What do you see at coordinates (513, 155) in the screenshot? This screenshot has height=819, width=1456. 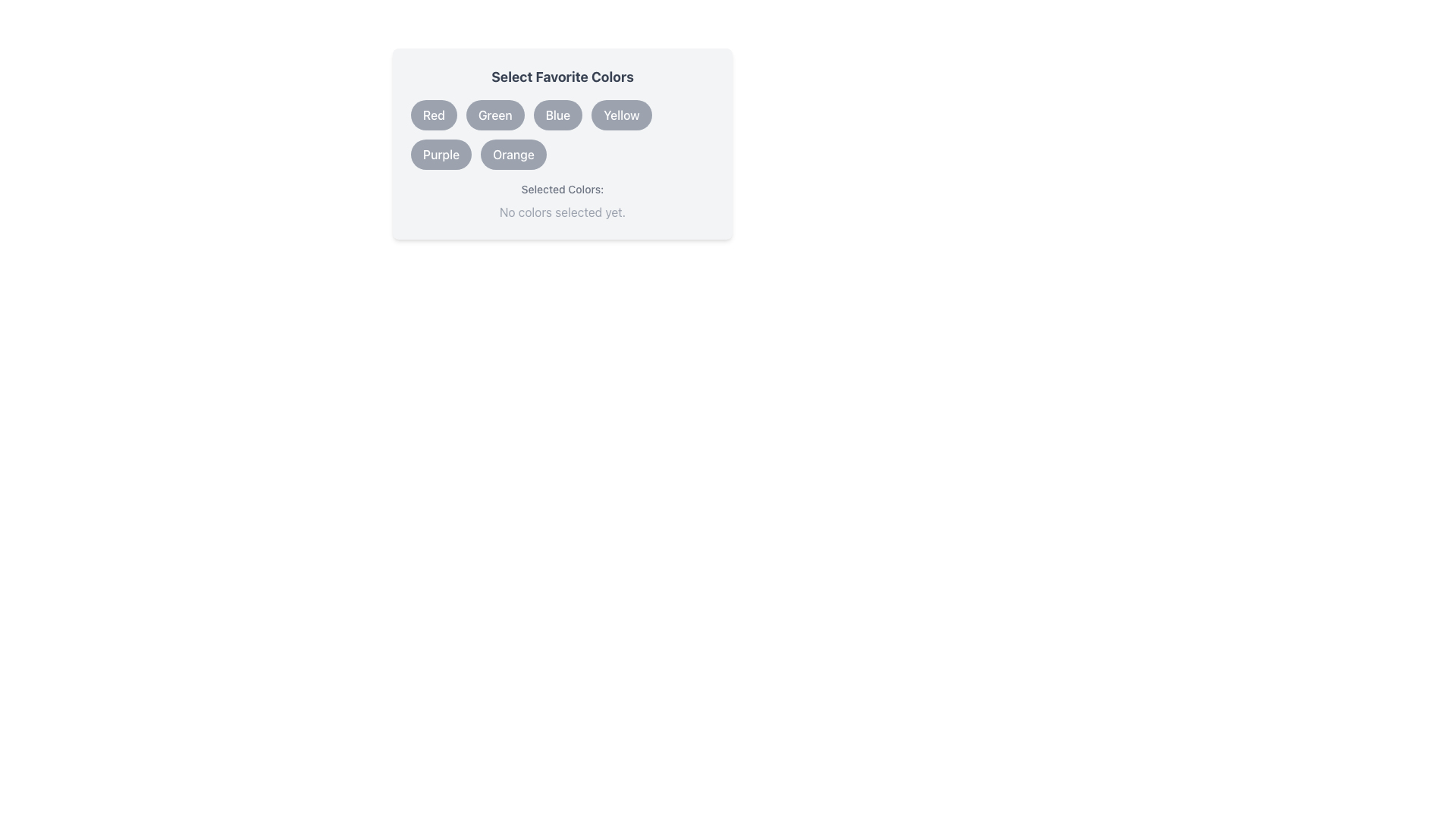 I see `the 'Orange' button, which has a gray background and white text` at bounding box center [513, 155].